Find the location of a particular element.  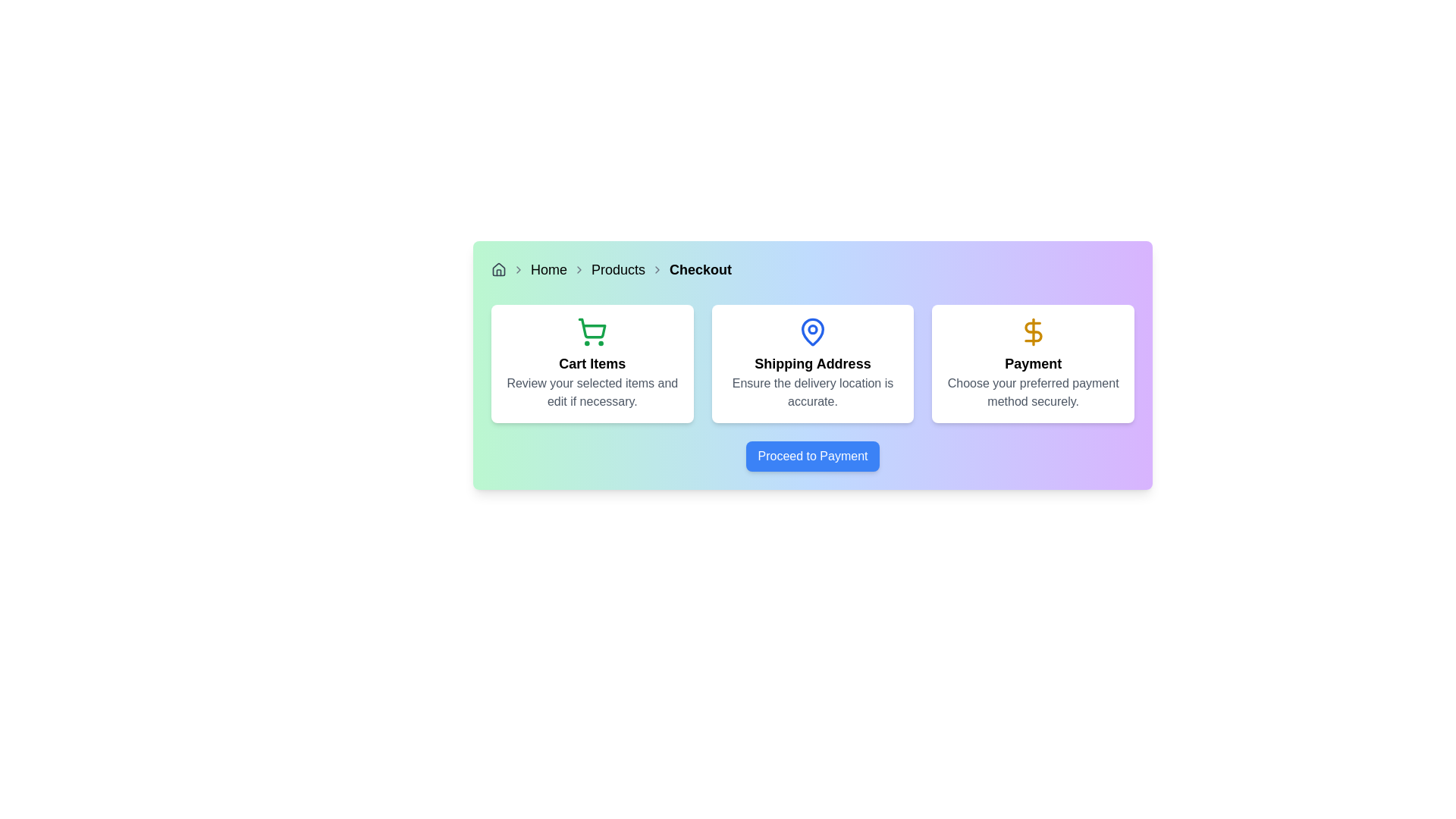

the button that navigates to the payment section of the website, located centrally at the bottom of a card-like section with a gradient background beneath 'Cart Items', 'Shipping Address', and 'Payment' is located at coordinates (811, 455).